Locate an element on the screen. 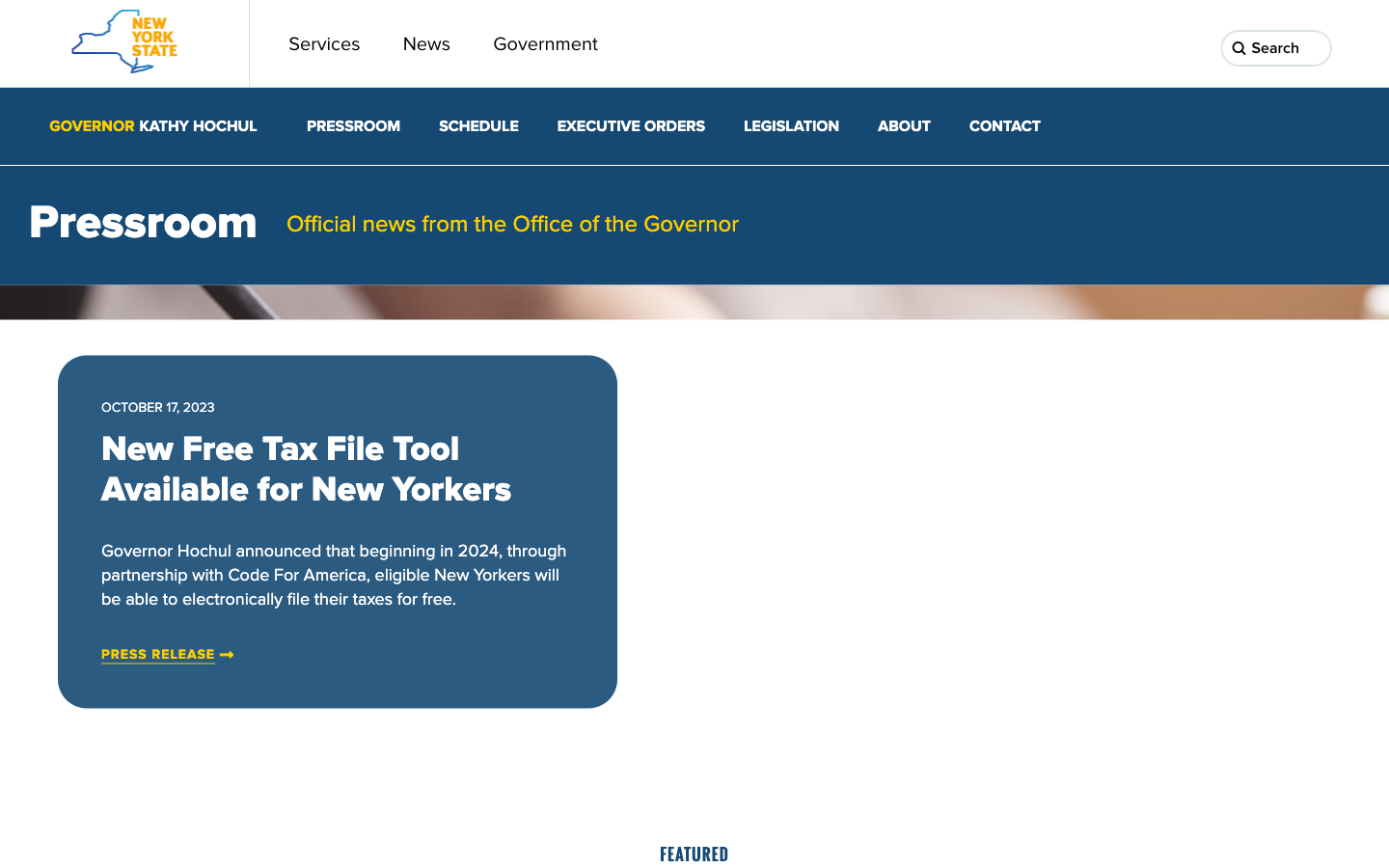  the official page of Governor Kathy Hochul is located at coordinates (151, 126).